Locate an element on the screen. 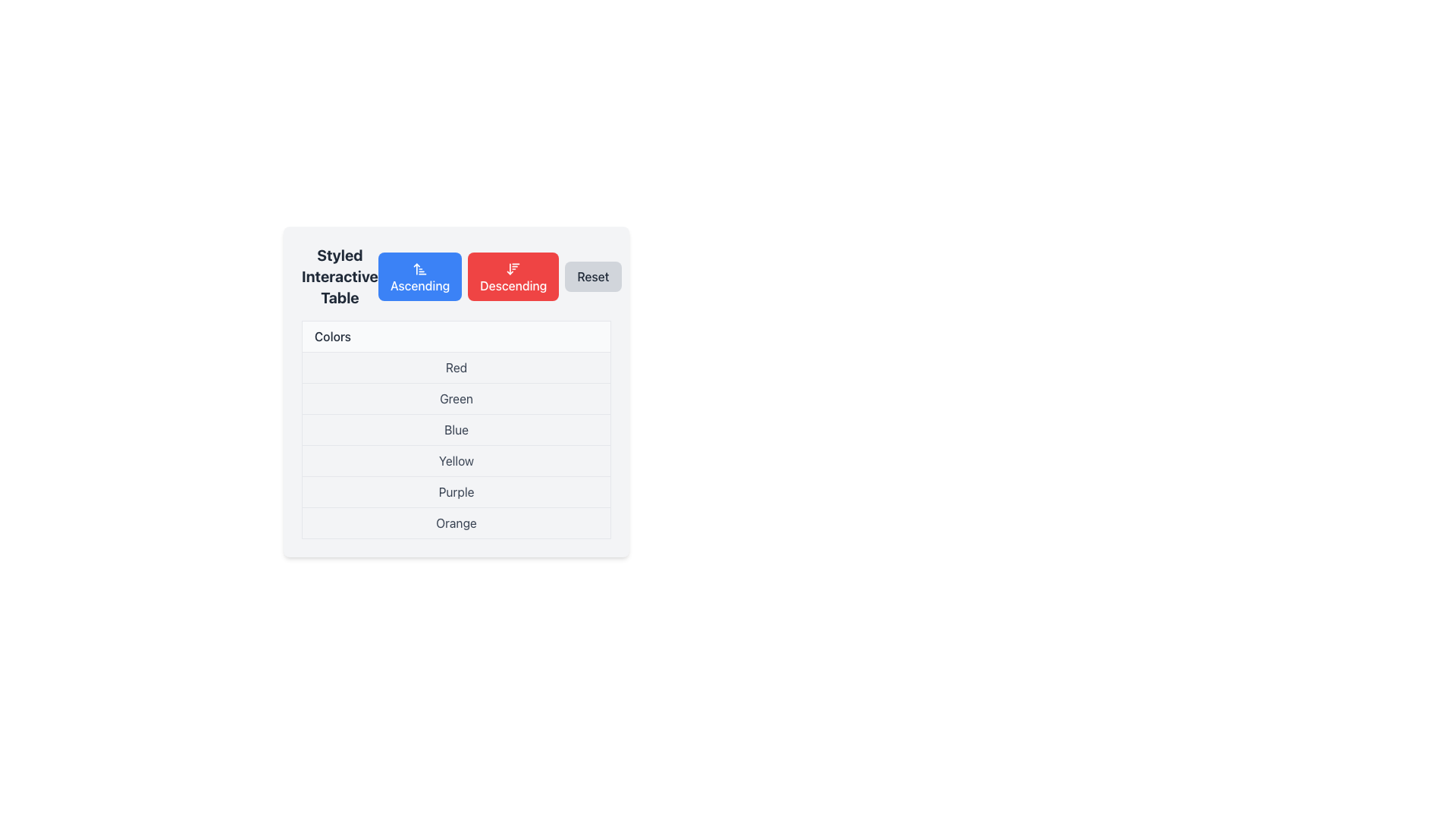  the text label displaying 'Yellow' in the 'Colors' section of the table, which is the fourth item in the list is located at coordinates (455, 460).